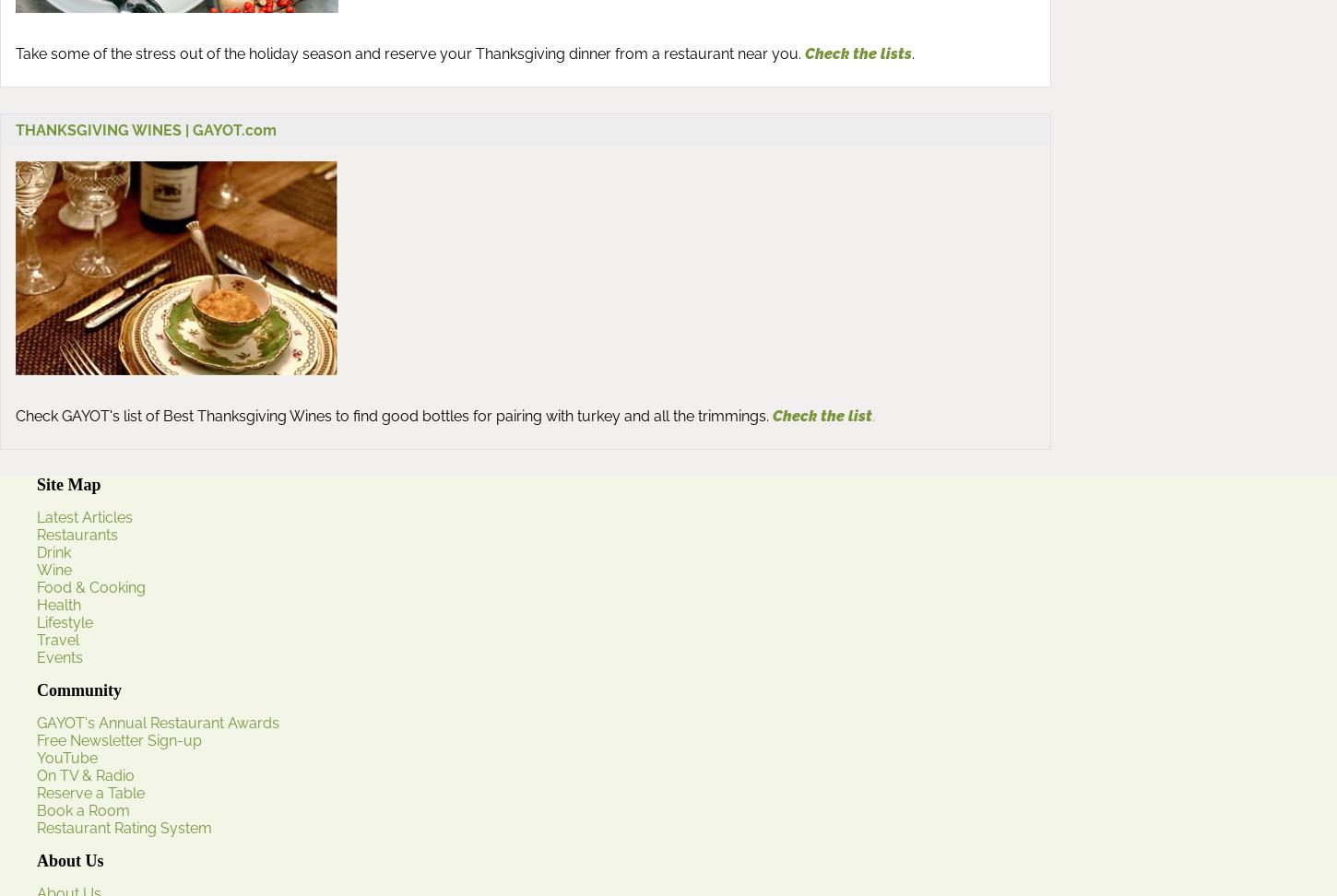  Describe the element at coordinates (134, 644) in the screenshot. I see `'Dining with the moon | Beachside Restaurant & Bar,'` at that location.